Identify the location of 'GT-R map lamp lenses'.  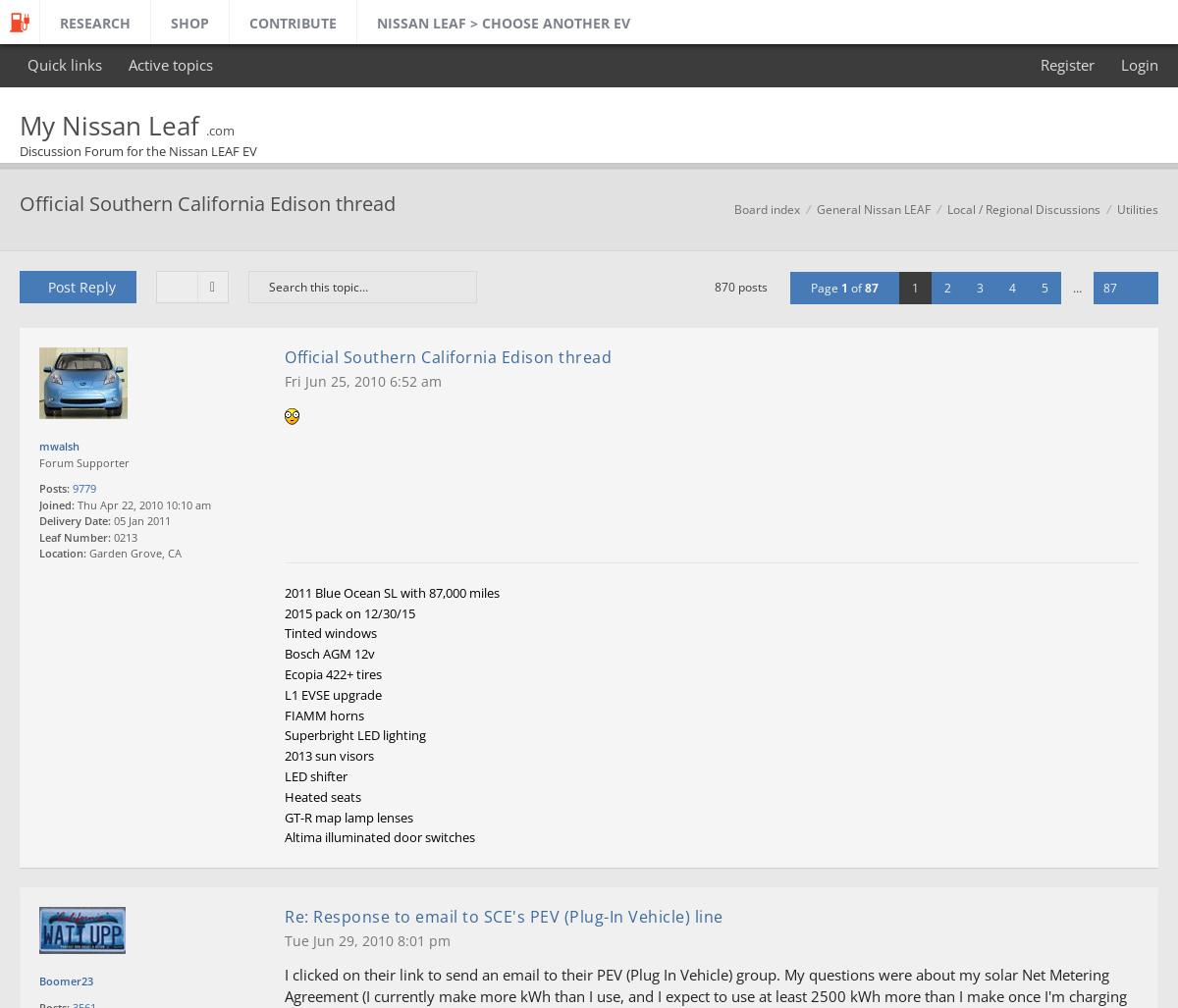
(348, 816).